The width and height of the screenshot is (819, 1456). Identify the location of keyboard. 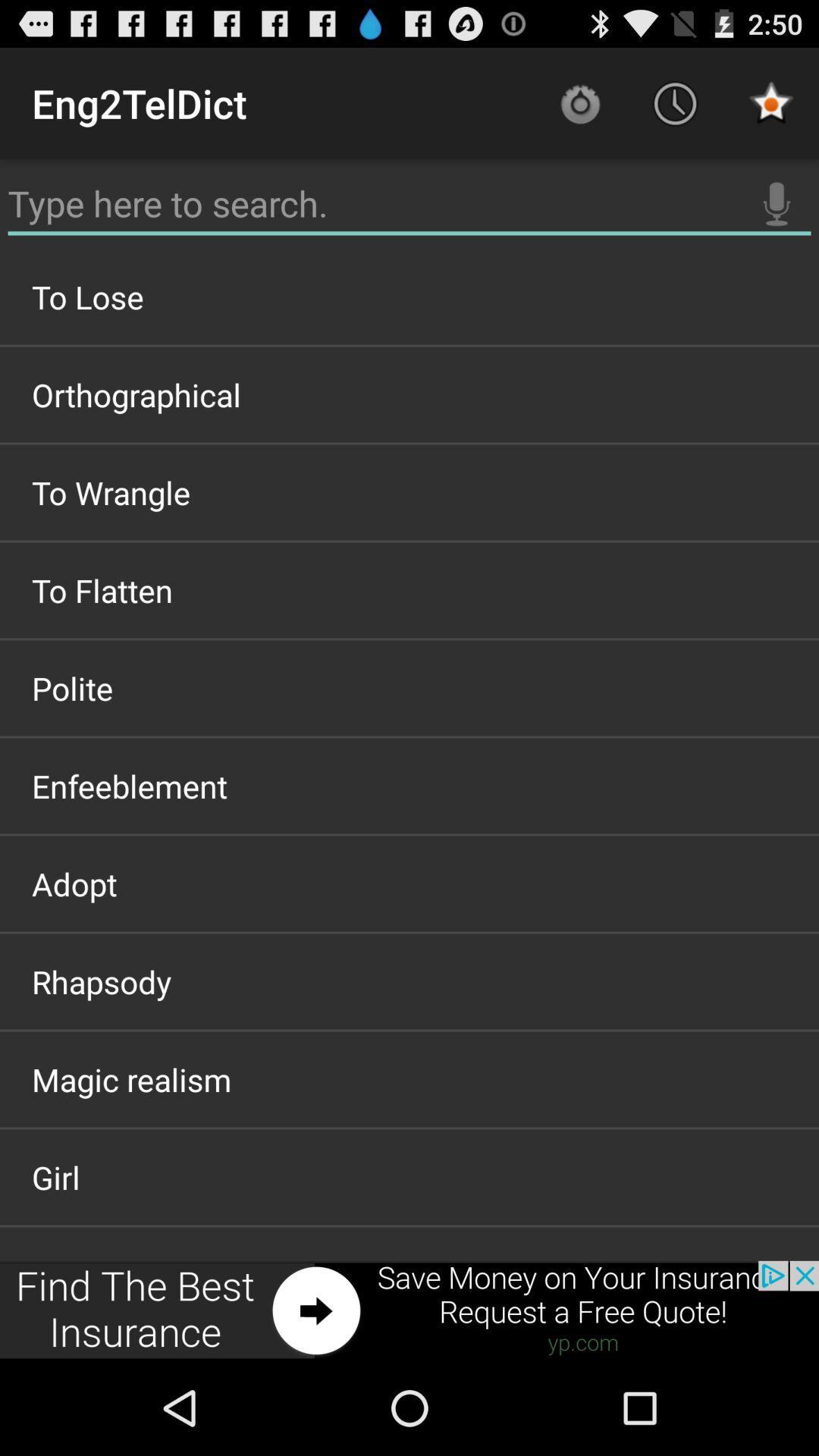
(409, 203).